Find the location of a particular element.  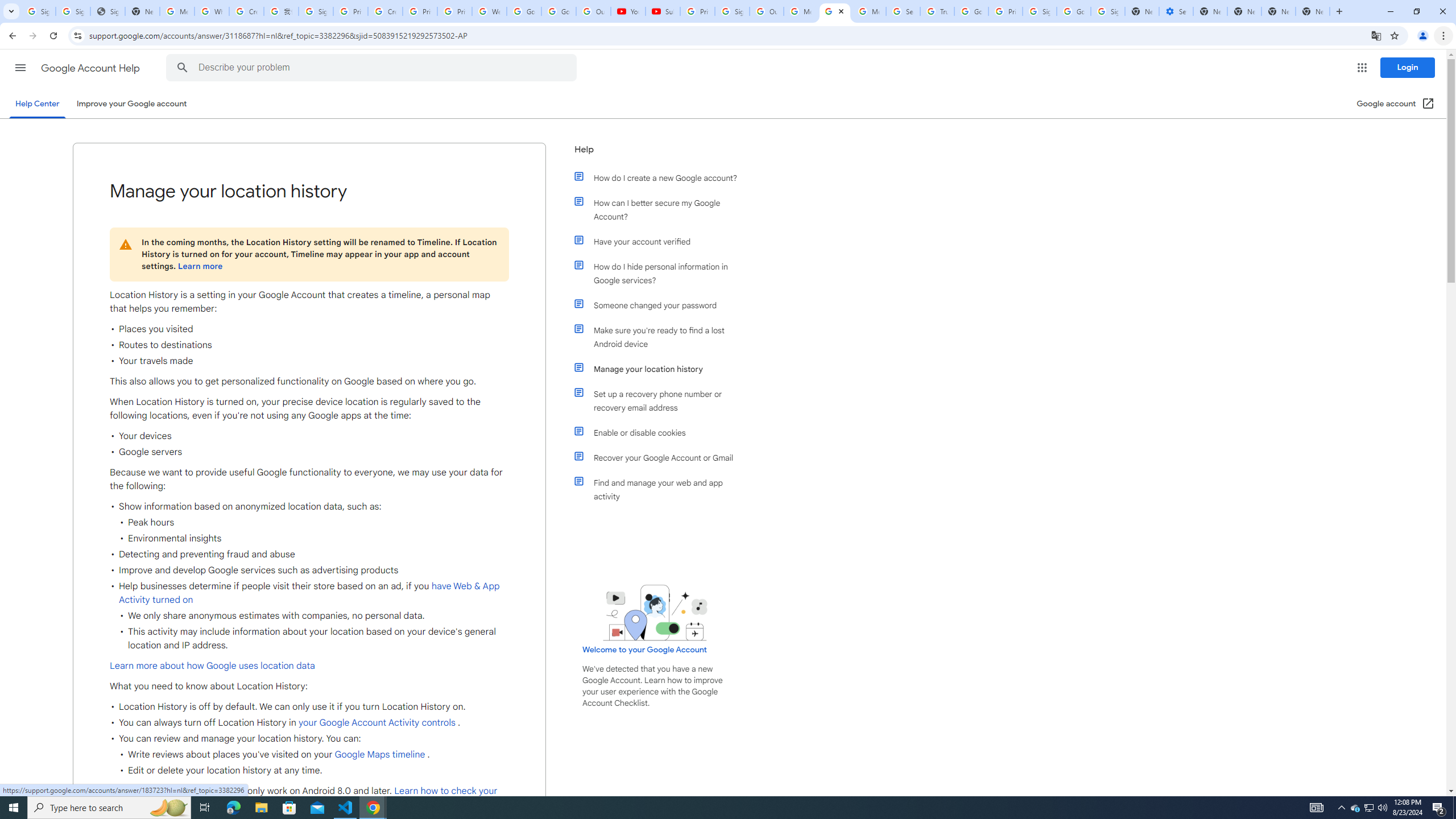

'Describe your problem' is located at coordinates (373, 67).